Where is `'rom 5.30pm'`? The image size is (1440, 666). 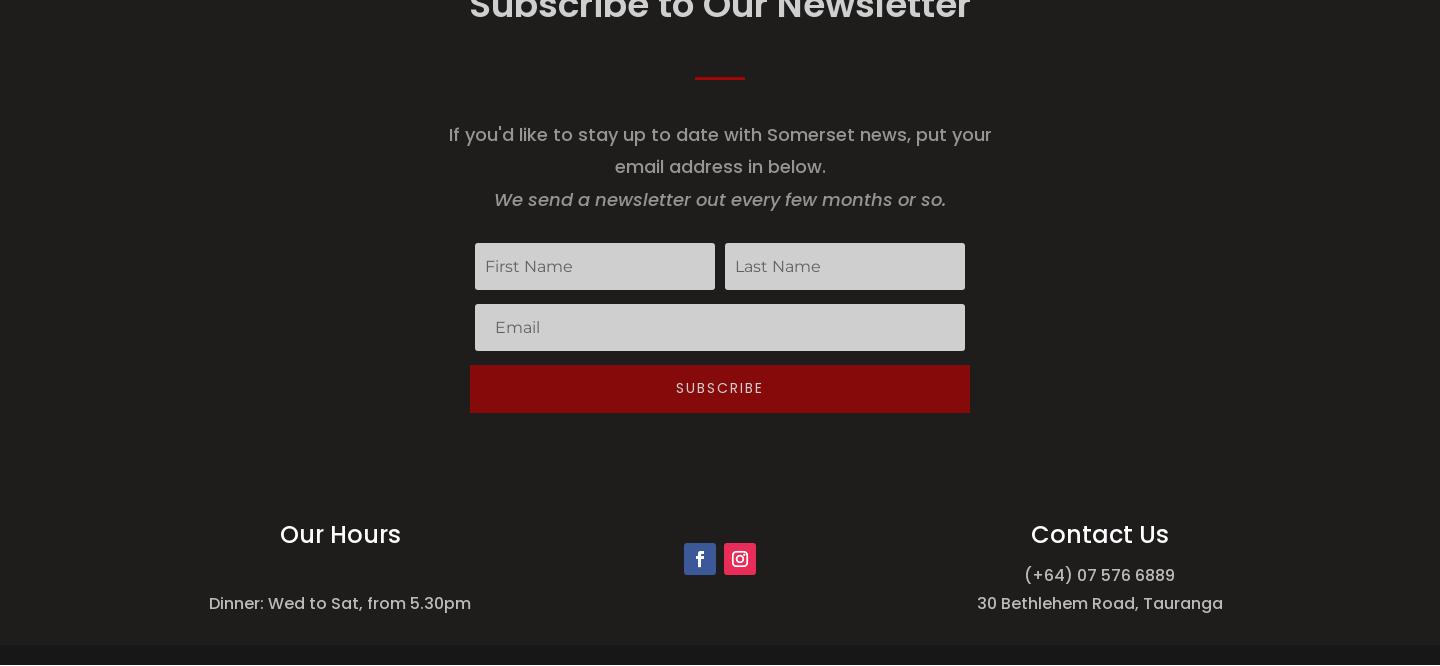 'rom 5.30pm' is located at coordinates (422, 603).